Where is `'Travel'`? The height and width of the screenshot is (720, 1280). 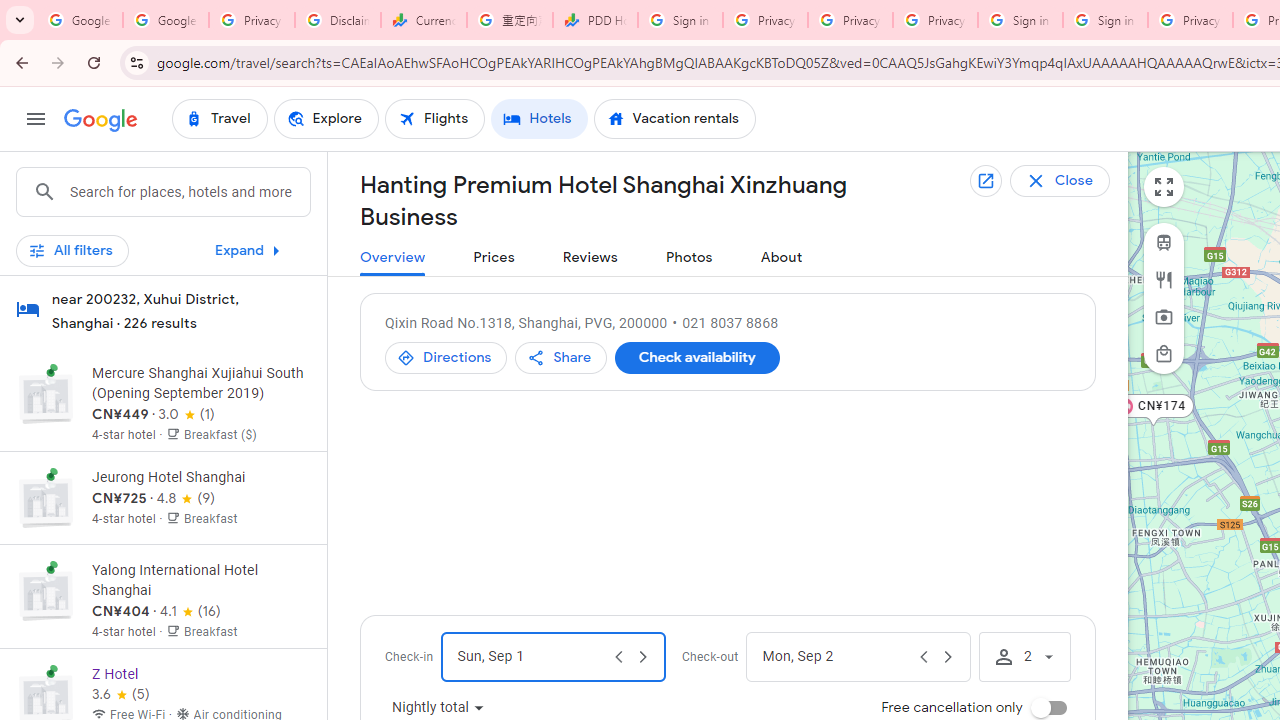
'Travel' is located at coordinates (219, 119).